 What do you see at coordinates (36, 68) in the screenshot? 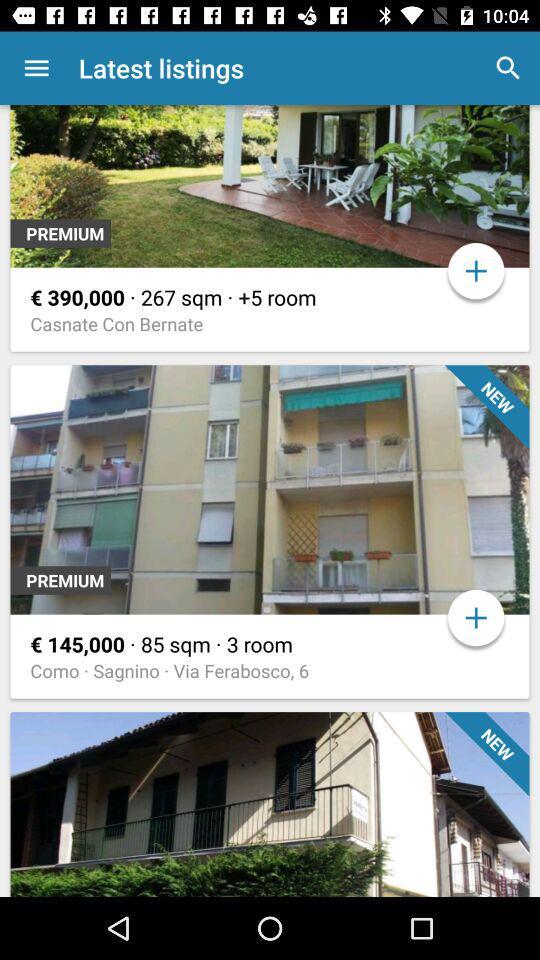
I see `app to the left of the latest listings icon` at bounding box center [36, 68].